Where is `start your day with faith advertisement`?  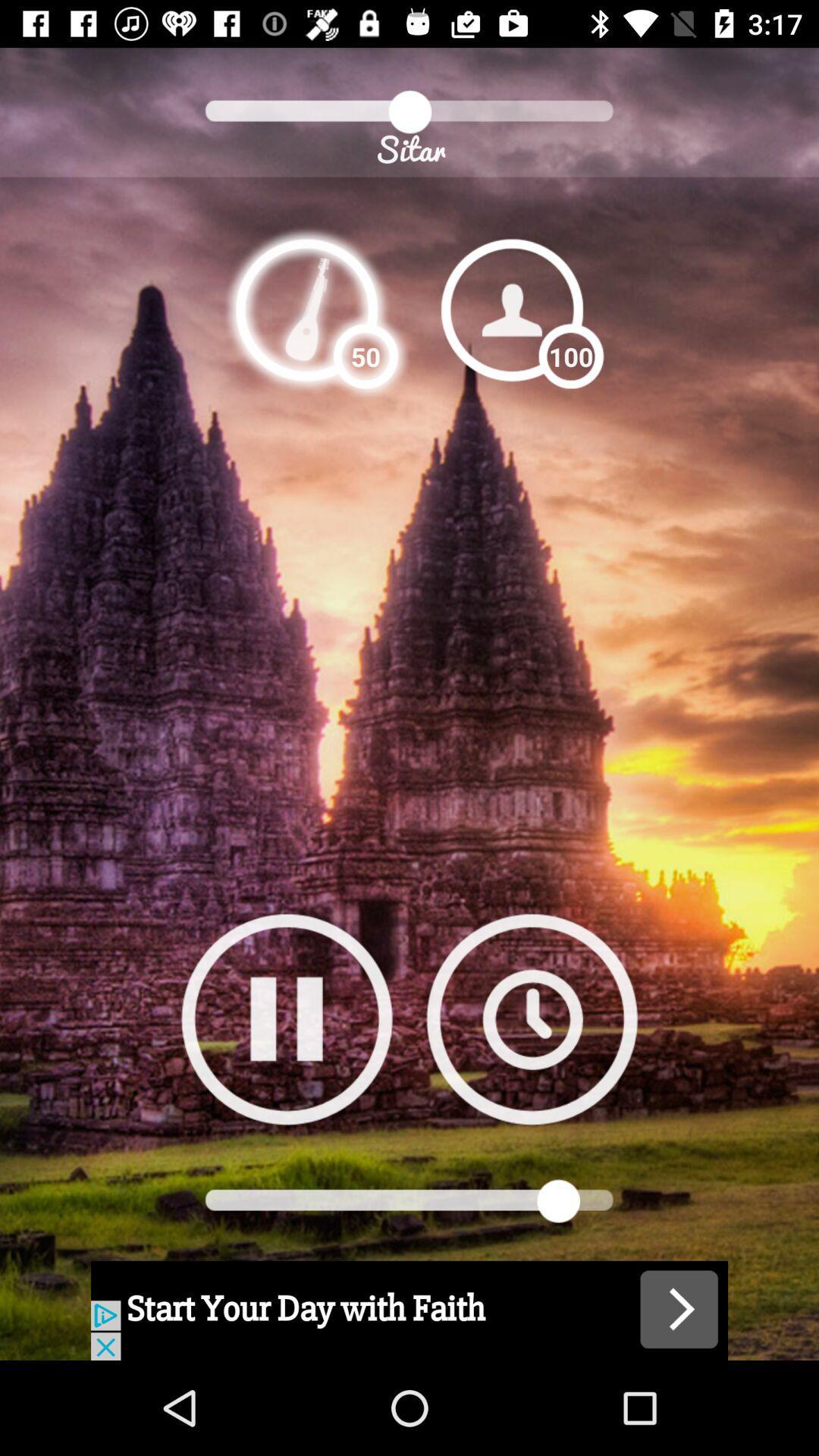 start your day with faith advertisement is located at coordinates (409, 1310).